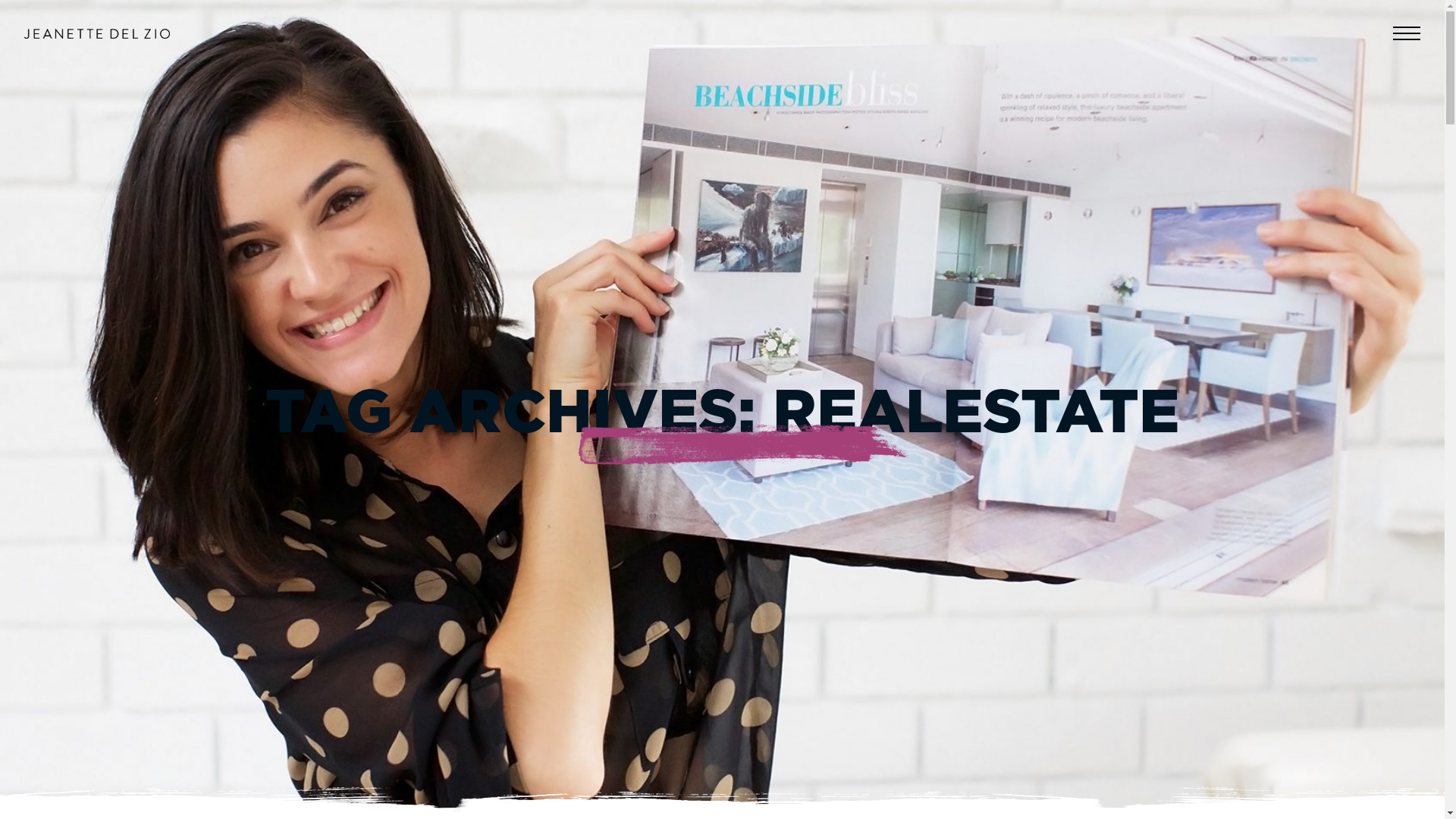 The width and height of the screenshot is (1456, 819). What do you see at coordinates (96, 33) in the screenshot?
I see `'Jeanette Del Zio'` at bounding box center [96, 33].